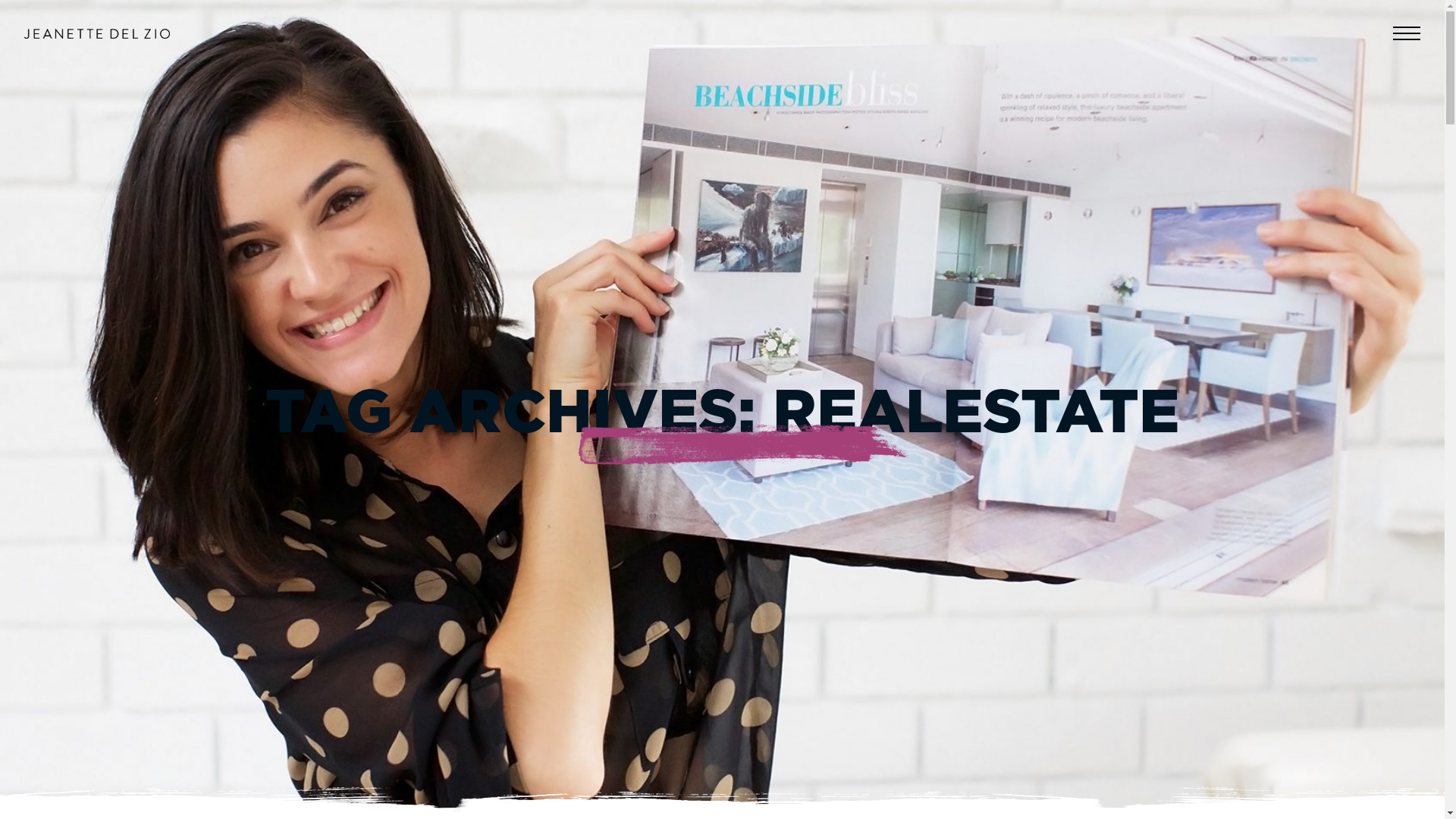 The width and height of the screenshot is (1456, 819). What do you see at coordinates (96, 33) in the screenshot?
I see `'Jeanette Del Zio'` at bounding box center [96, 33].